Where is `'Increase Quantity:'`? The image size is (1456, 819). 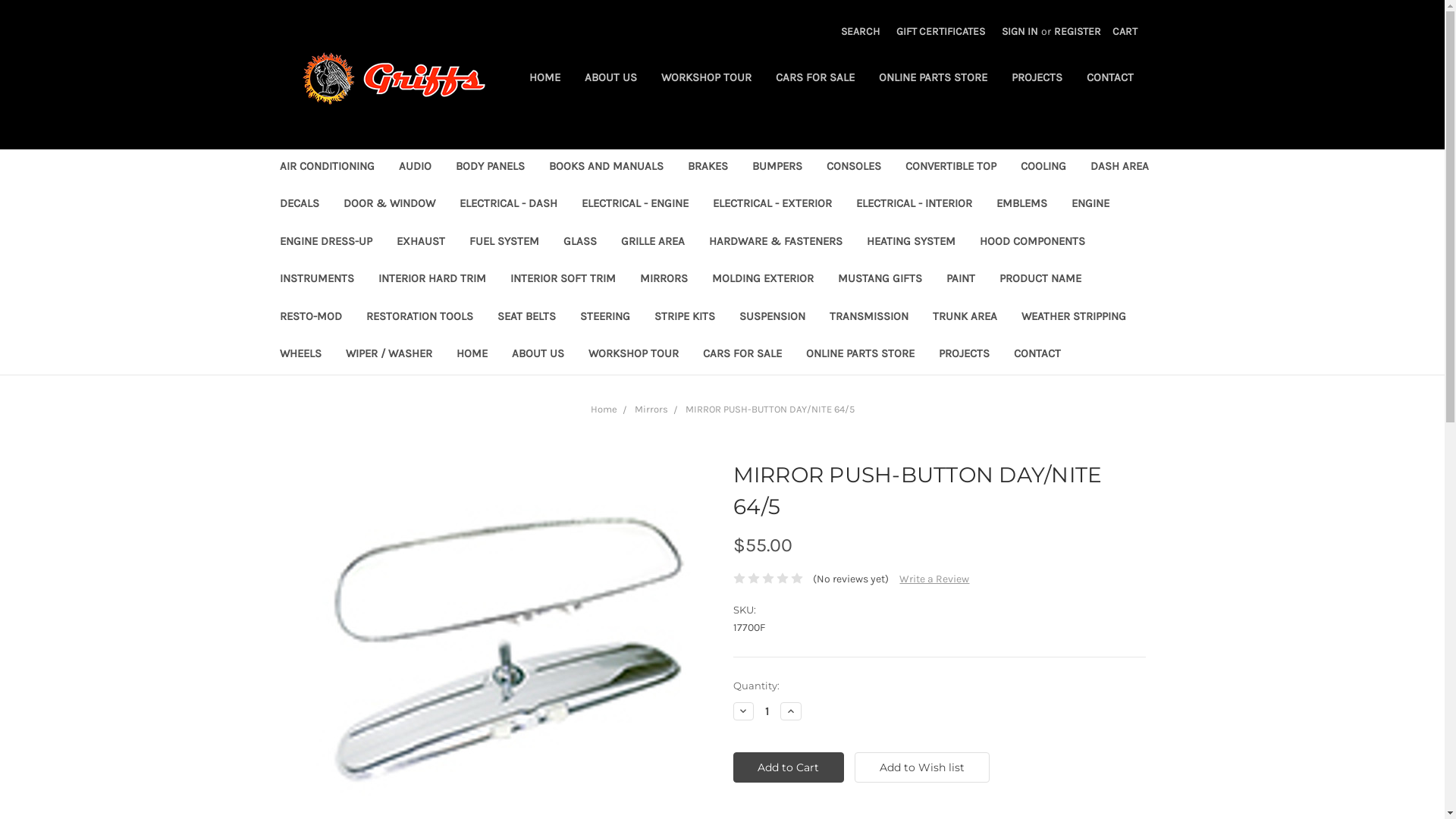 'Increase Quantity:' is located at coordinates (780, 711).